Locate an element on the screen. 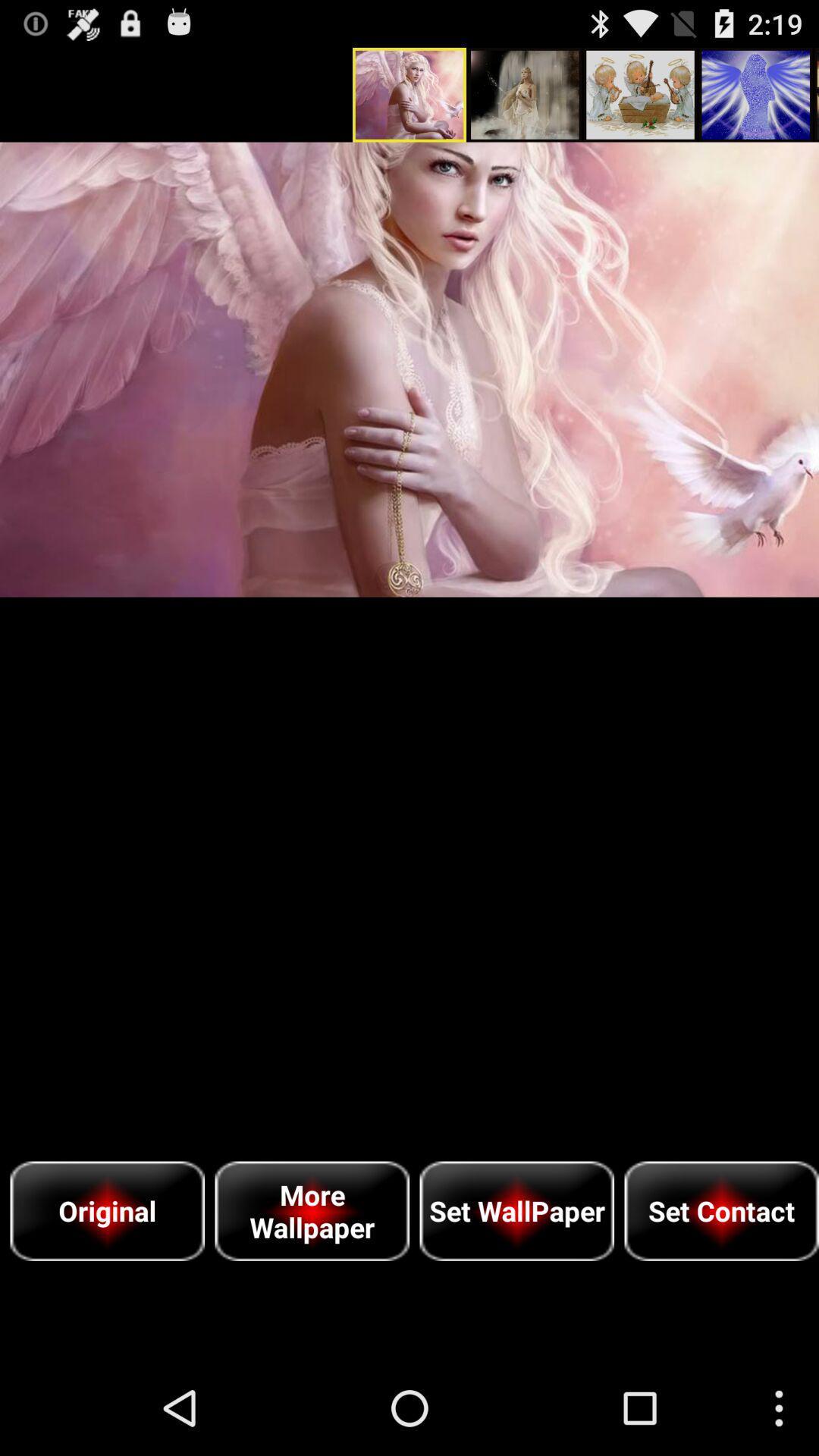 This screenshot has height=1456, width=819. original at the bottom left corner is located at coordinates (106, 1210).